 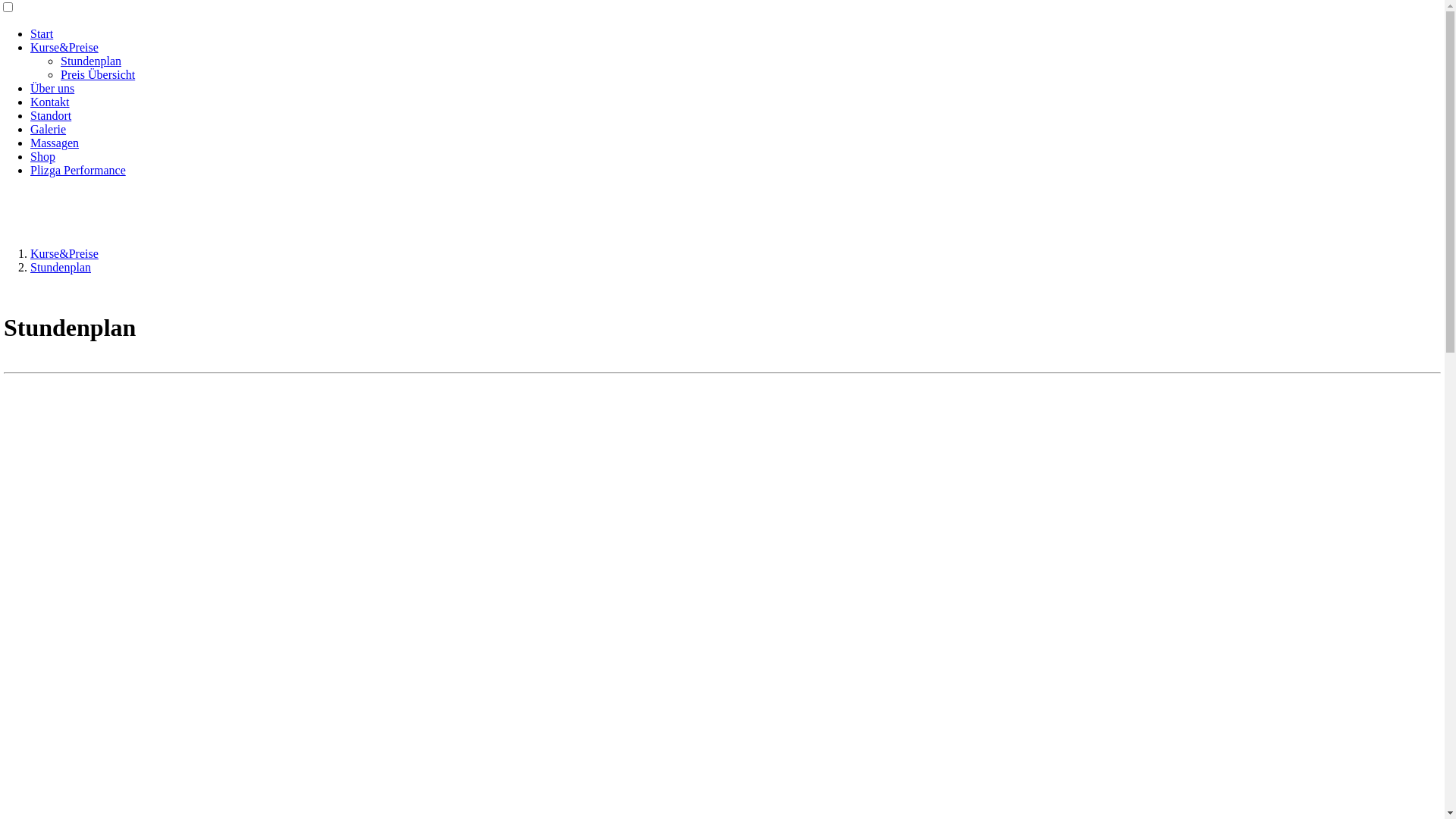 What do you see at coordinates (55, 143) in the screenshot?
I see `'Massagen'` at bounding box center [55, 143].